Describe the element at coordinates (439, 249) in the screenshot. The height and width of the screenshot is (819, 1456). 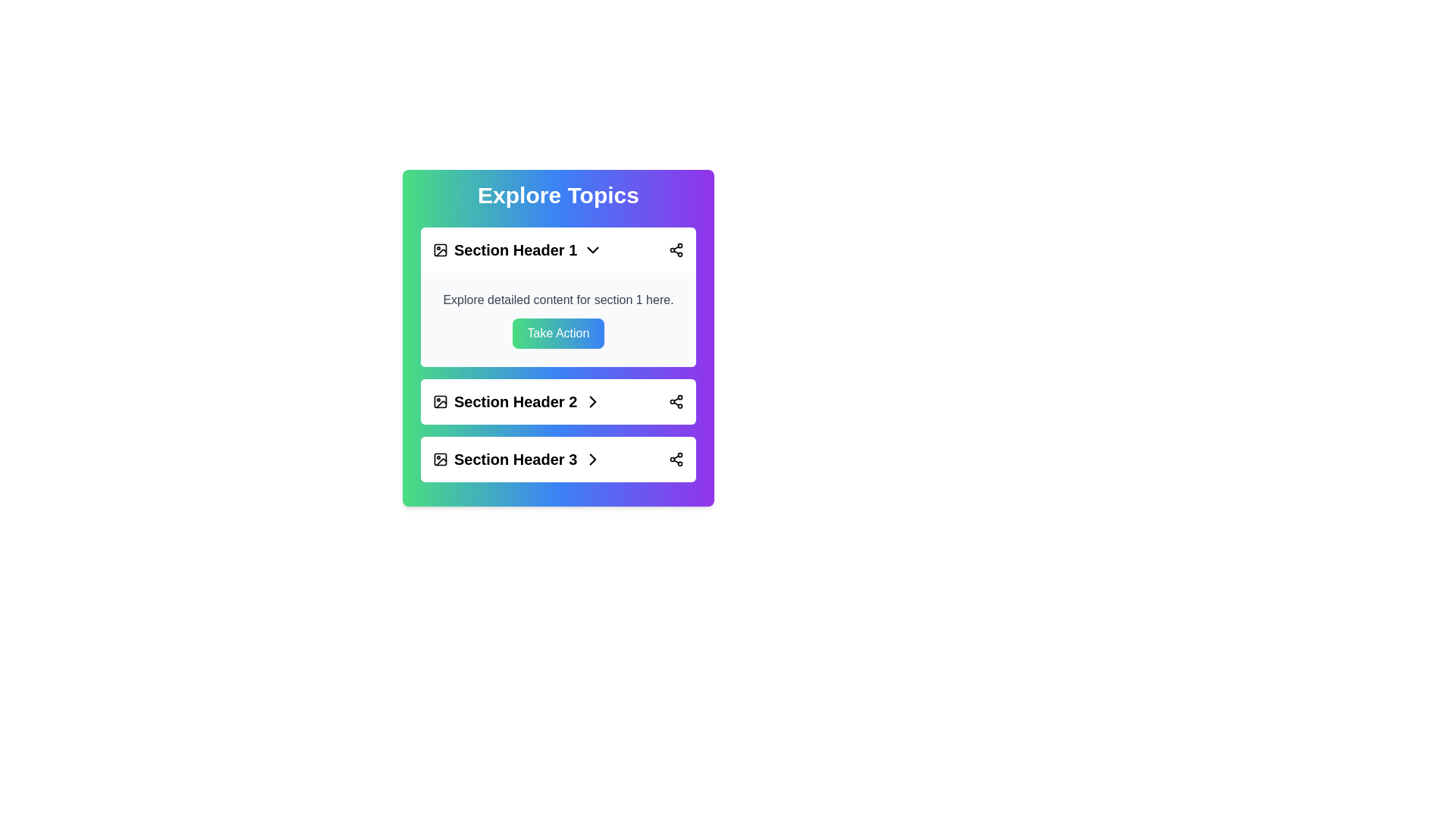
I see `the icon representing an image, which is styled with a square border and a circle, located next to the text 'Section Header 1'` at that location.